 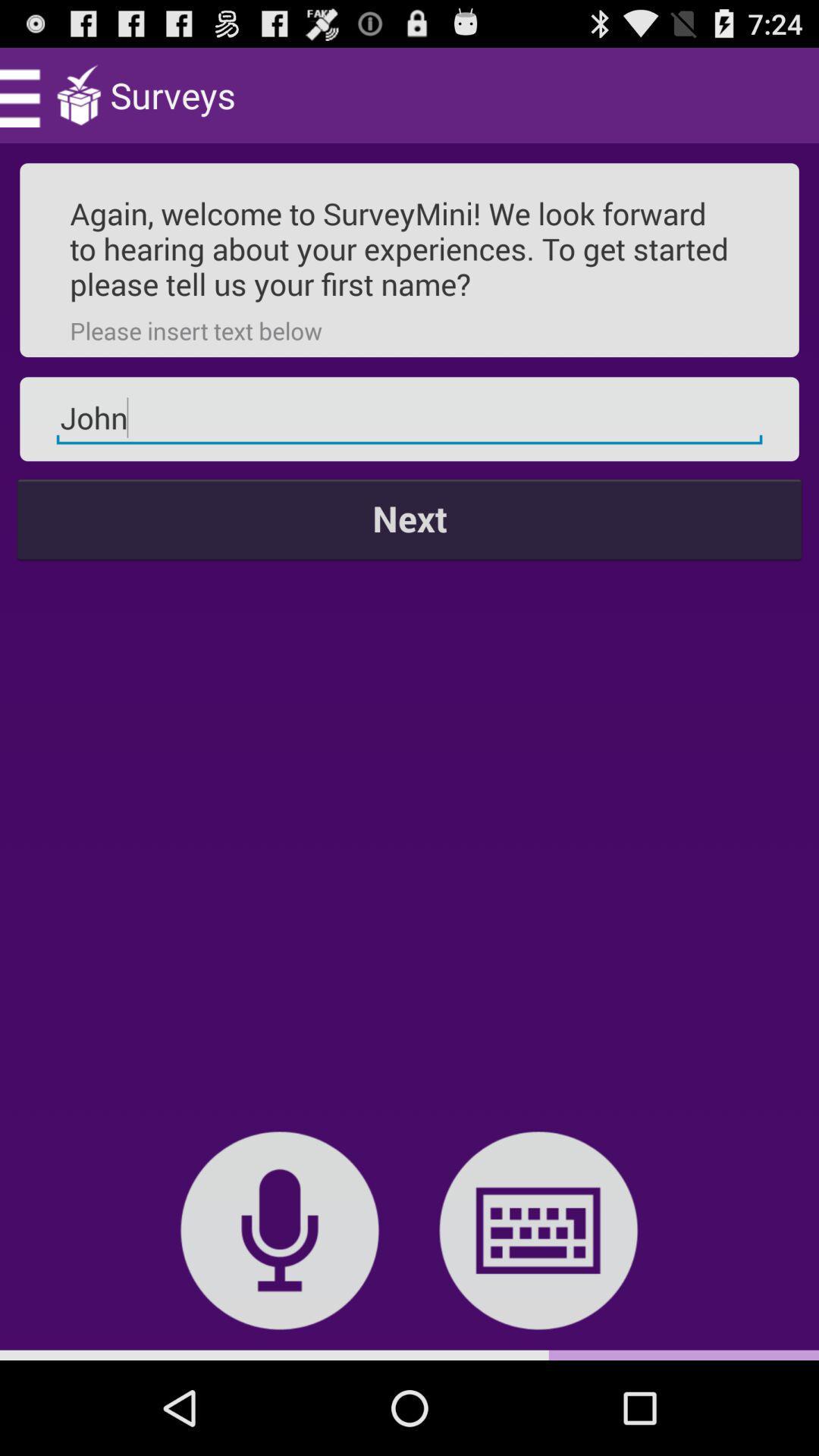 I want to click on next item, so click(x=409, y=519).